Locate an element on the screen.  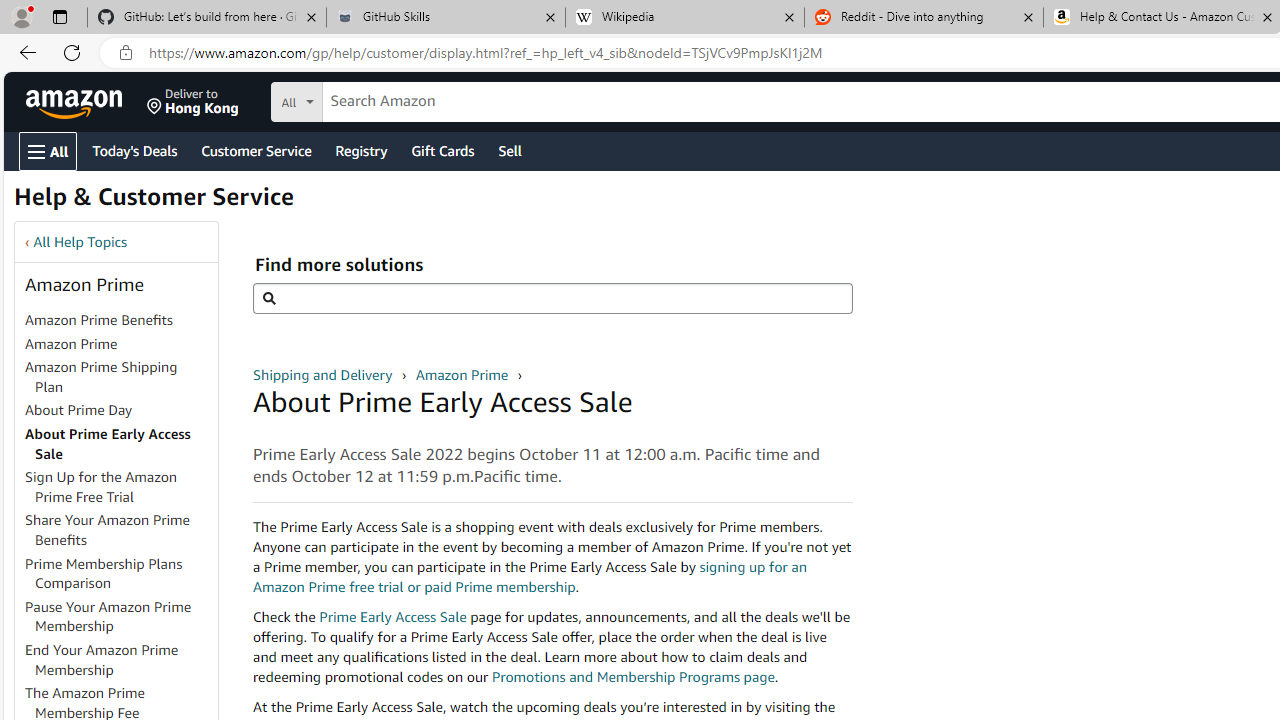
'Share Your Amazon Prime Benefits' is located at coordinates (119, 530).